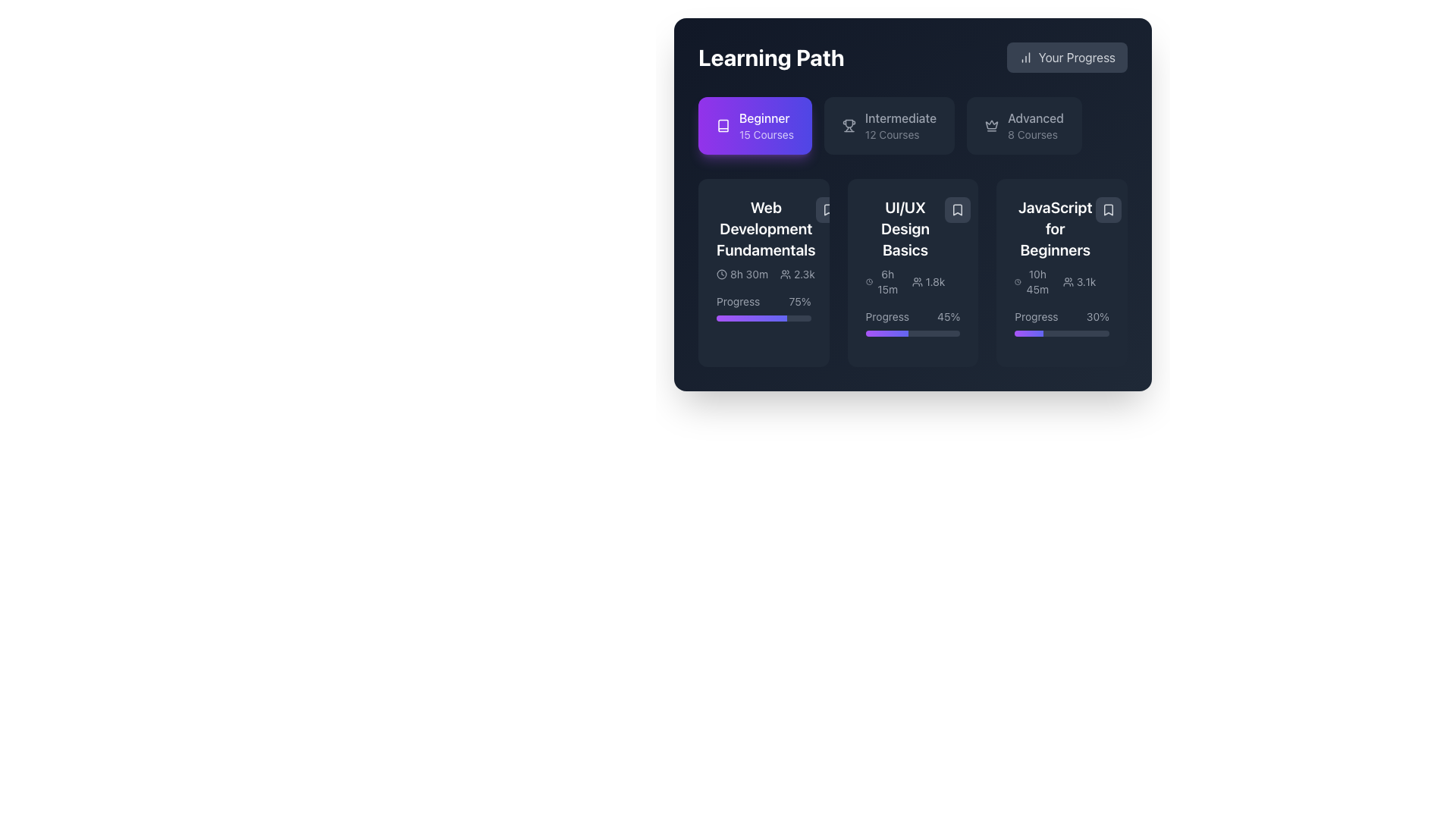 Image resolution: width=1456 pixels, height=819 pixels. Describe the element at coordinates (1085, 281) in the screenshot. I see `the static text displaying '3.1k', which is positioned adjacent to a group of people icon within the card titled 'JavaScript for Beginners'` at that location.